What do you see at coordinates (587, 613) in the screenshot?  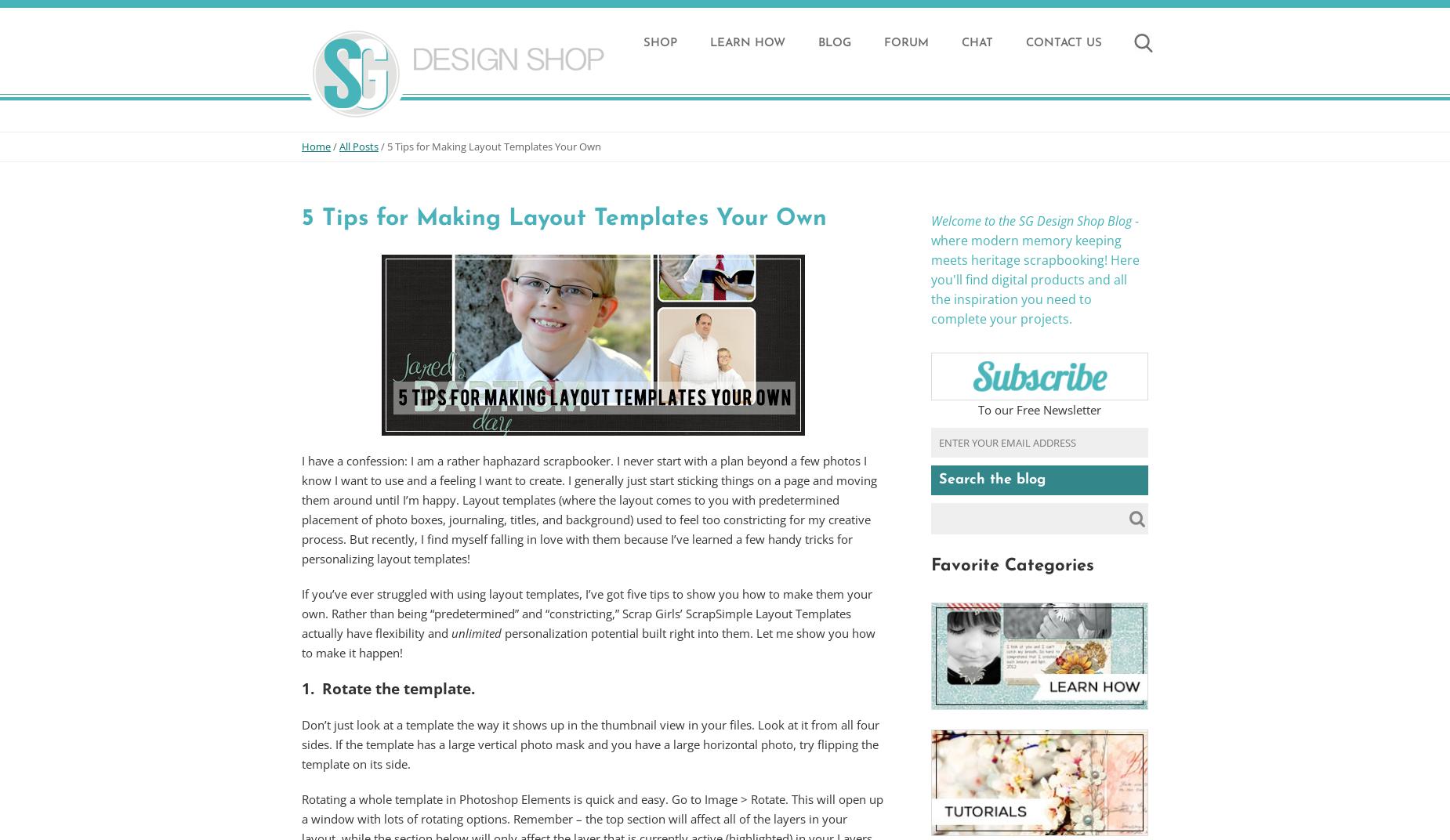 I see `'If you’ve ever struggled with using layout templates, I’ve got five tips to show you how to make them your own. Rather than being “predetermined” and “constricting,” Scrap Girls’ ScrapSimple Layout Templates actually have flexibility and'` at bounding box center [587, 613].